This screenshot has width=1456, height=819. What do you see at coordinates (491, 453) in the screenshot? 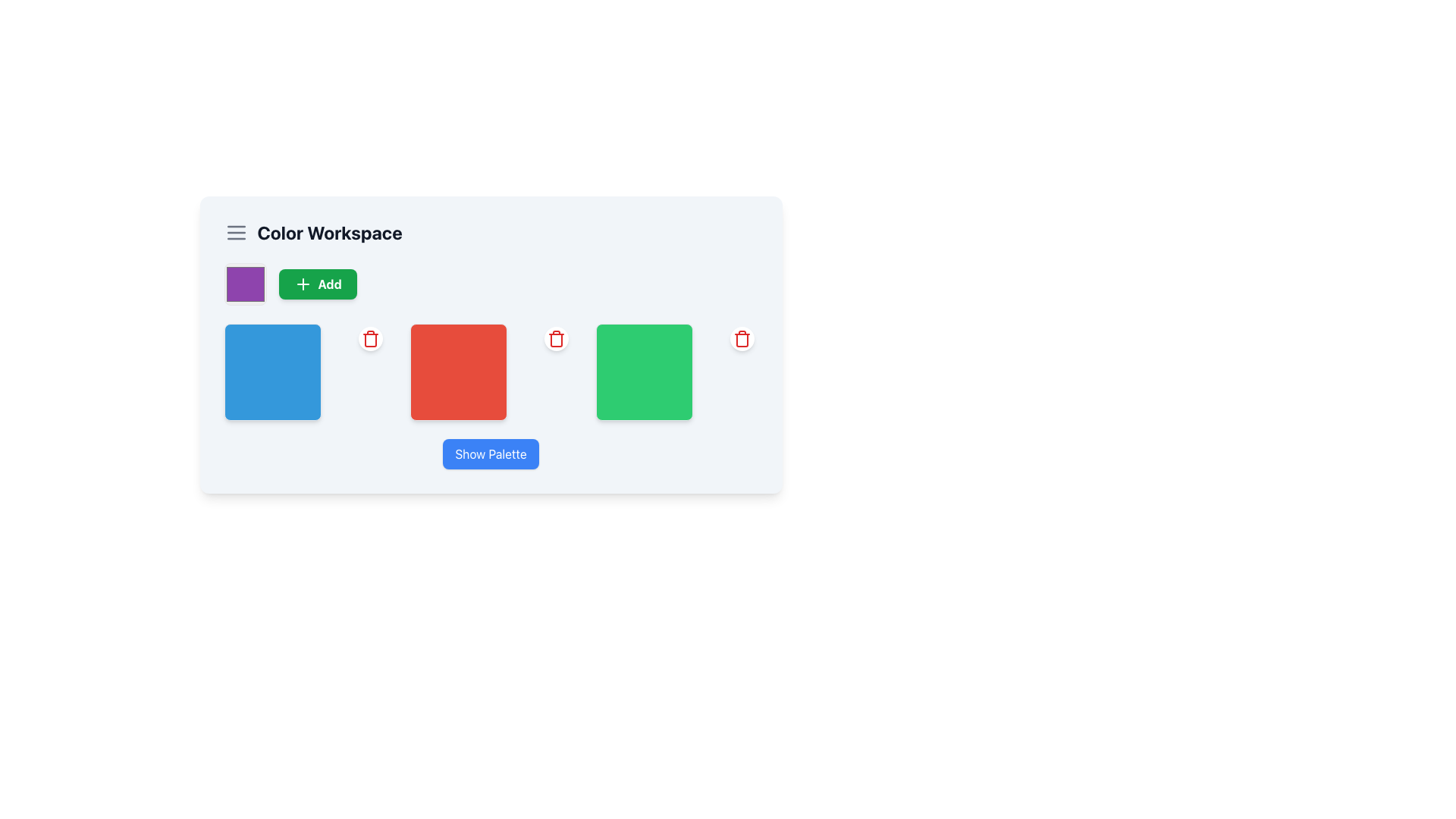
I see `the color options button located at the bottom-middle area of the interface` at bounding box center [491, 453].